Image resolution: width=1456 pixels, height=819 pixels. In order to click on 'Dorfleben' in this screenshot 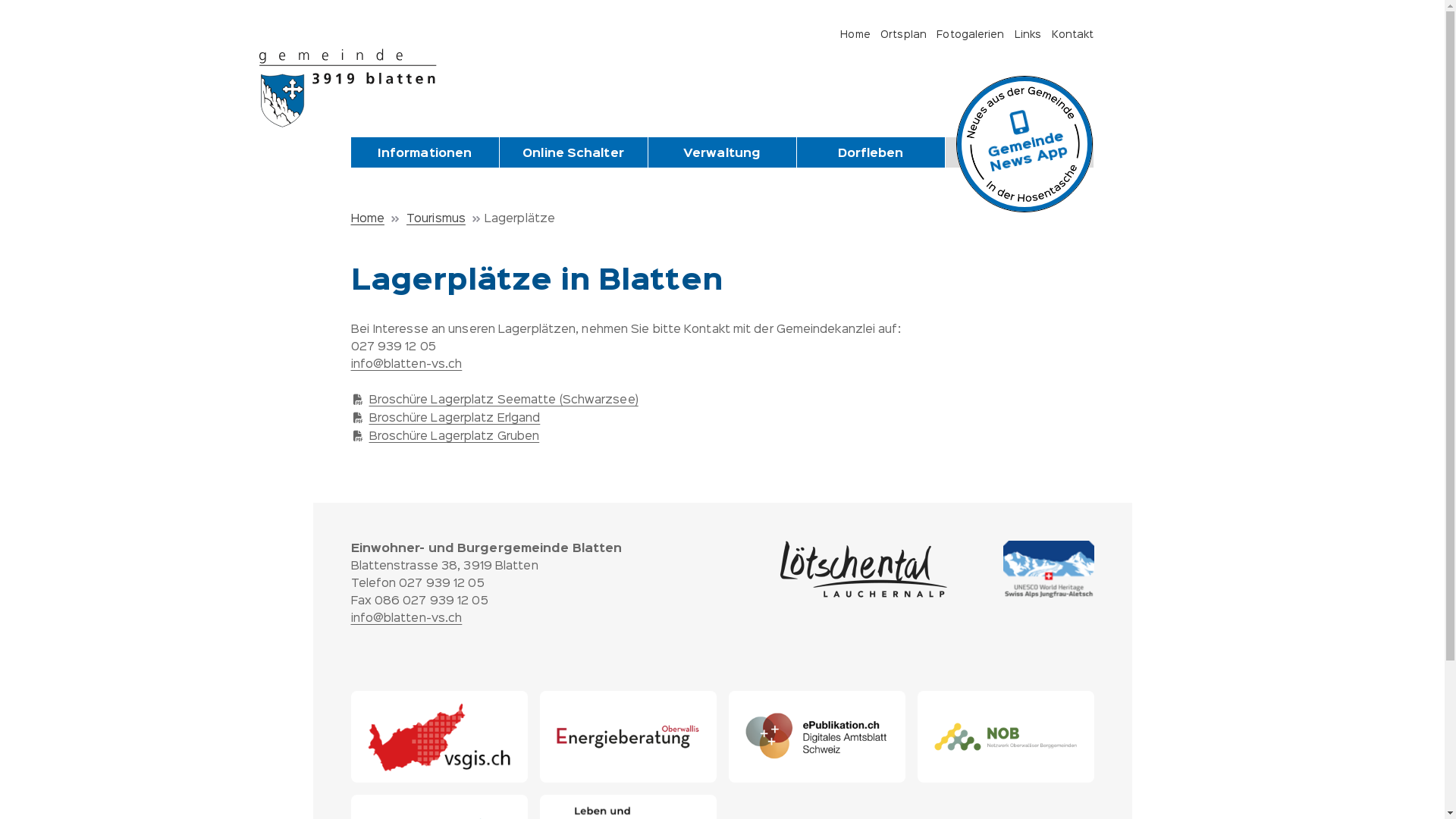, I will do `click(870, 154)`.